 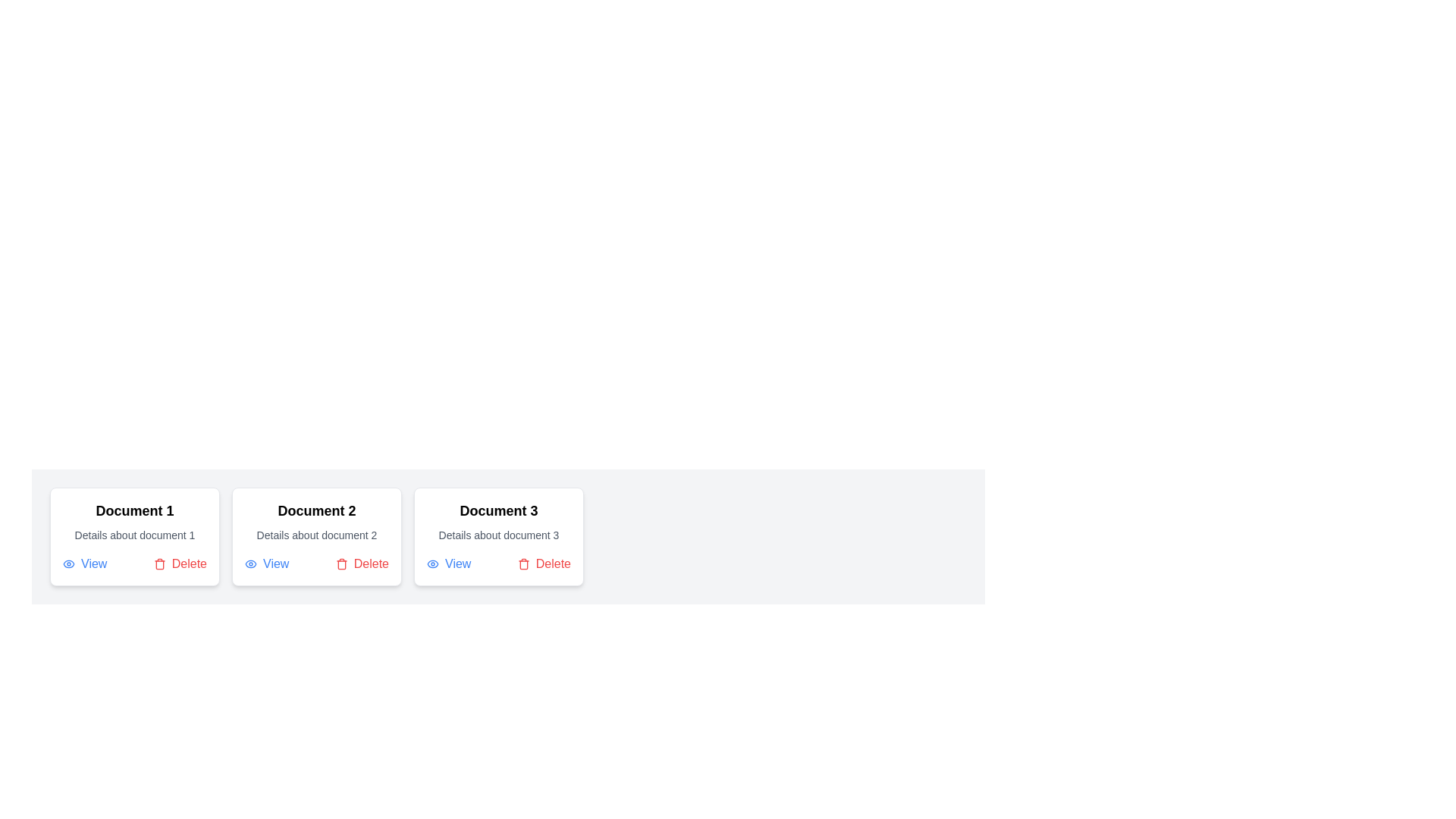 What do you see at coordinates (498, 511) in the screenshot?
I see `the Text Label that serves as the title for 'Document 3', located in the center of the interface within the third card, positioned towards the top of the card` at bounding box center [498, 511].